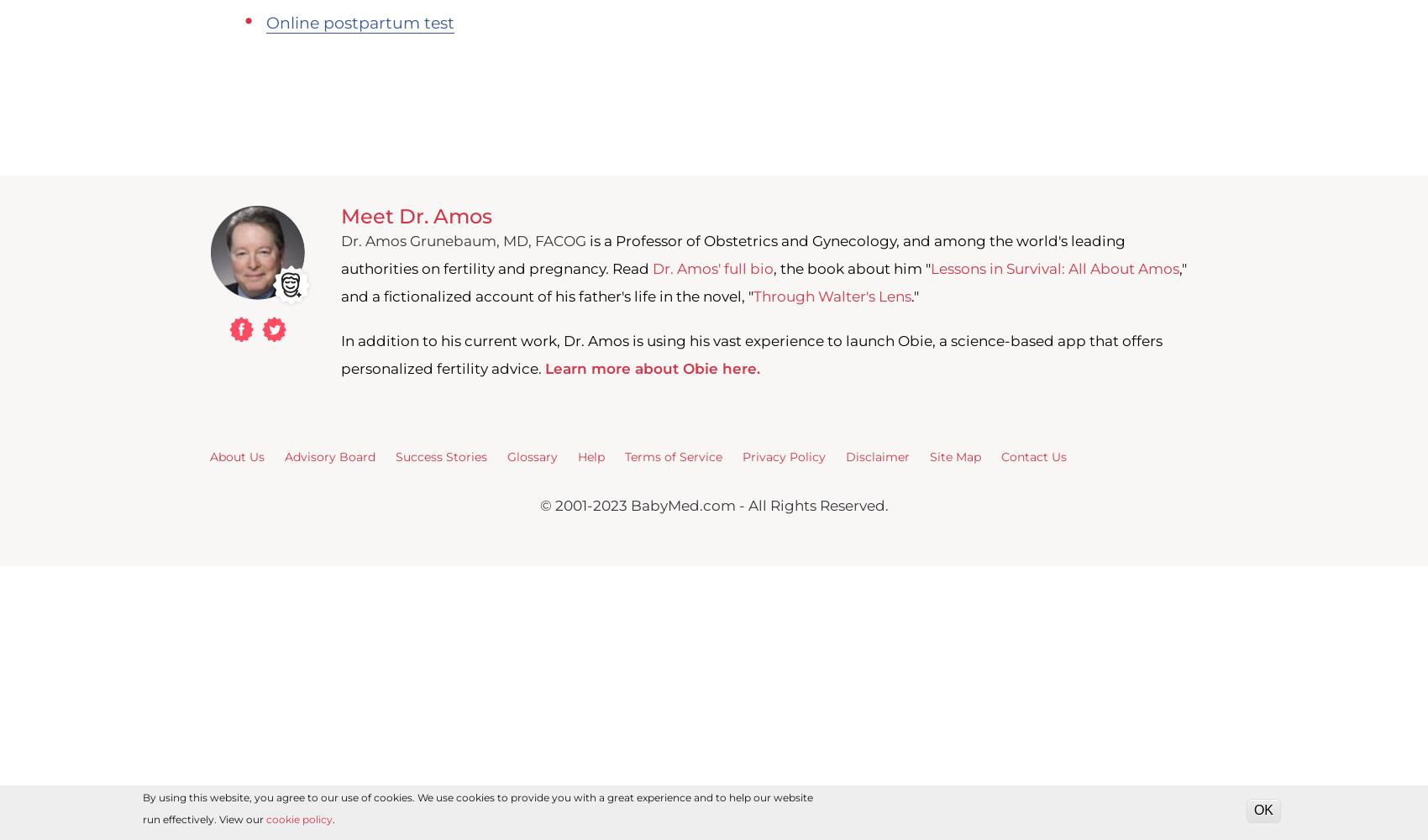 The height and width of the screenshot is (840, 1428). Describe the element at coordinates (462, 241) in the screenshot. I see `'Dr. Amos Grunebaum, MD, FACOG'` at that location.